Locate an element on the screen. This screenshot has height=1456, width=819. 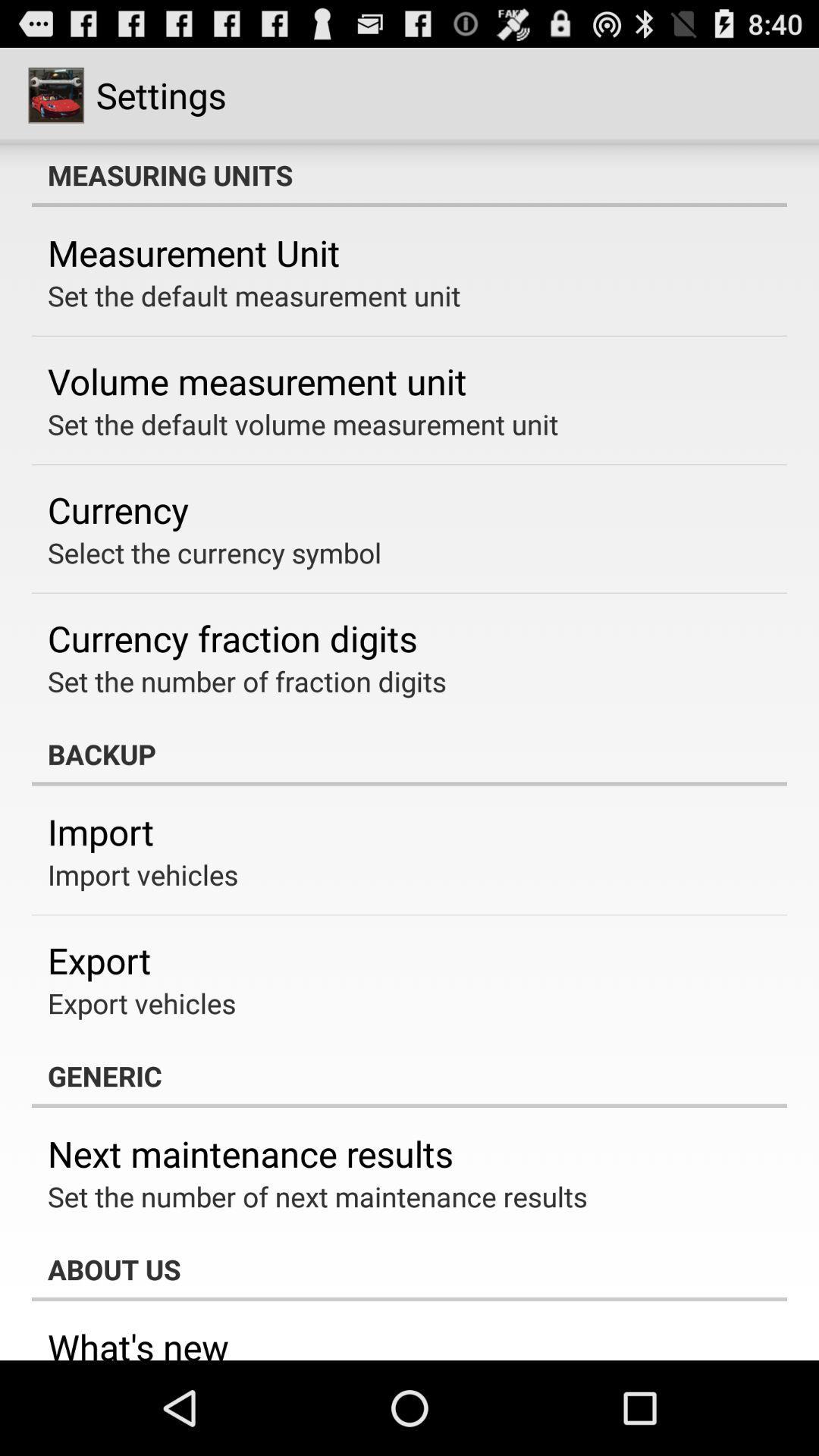
backup is located at coordinates (409, 754).